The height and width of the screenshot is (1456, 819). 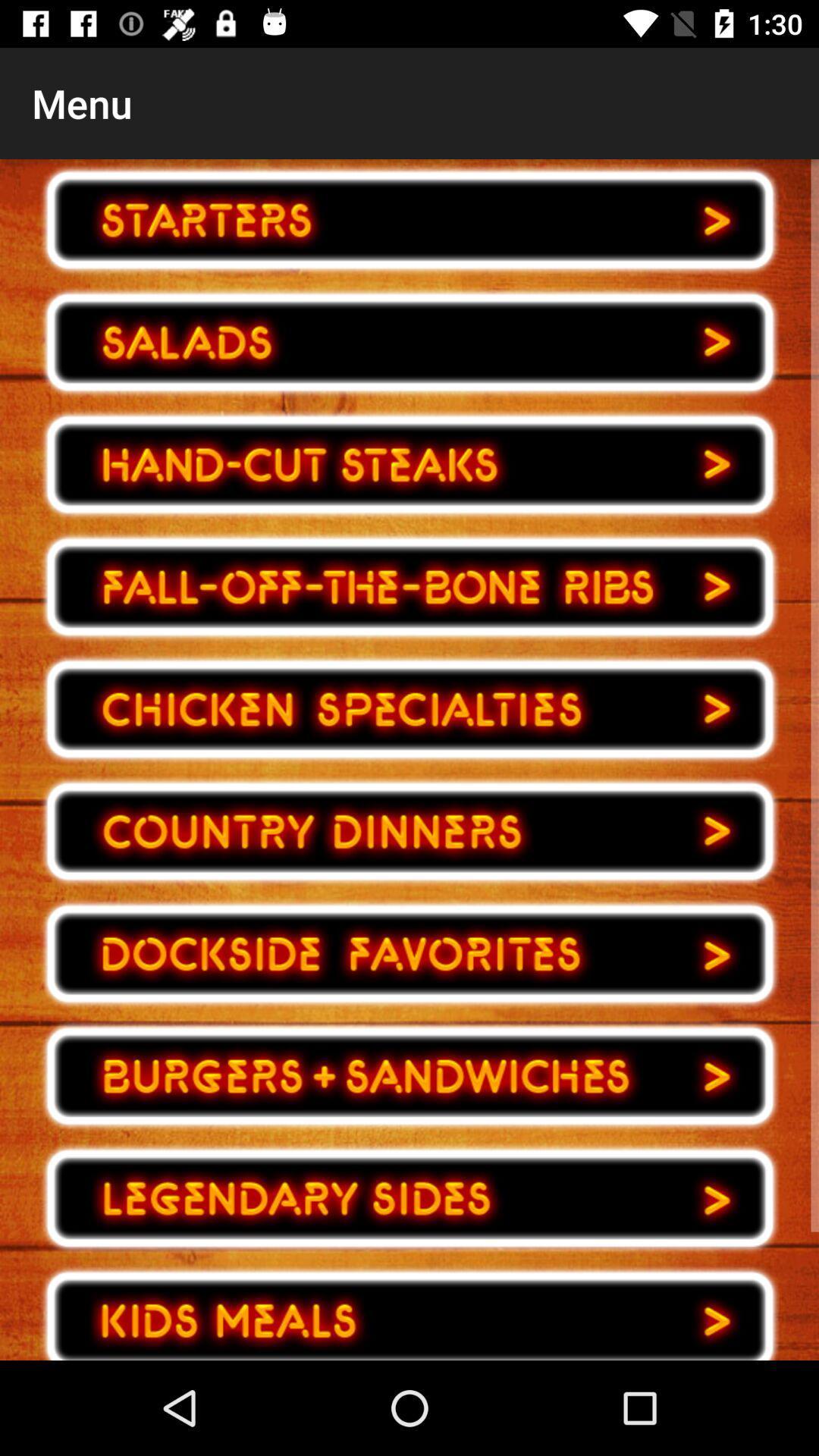 What do you see at coordinates (409, 830) in the screenshot?
I see `country dinners` at bounding box center [409, 830].